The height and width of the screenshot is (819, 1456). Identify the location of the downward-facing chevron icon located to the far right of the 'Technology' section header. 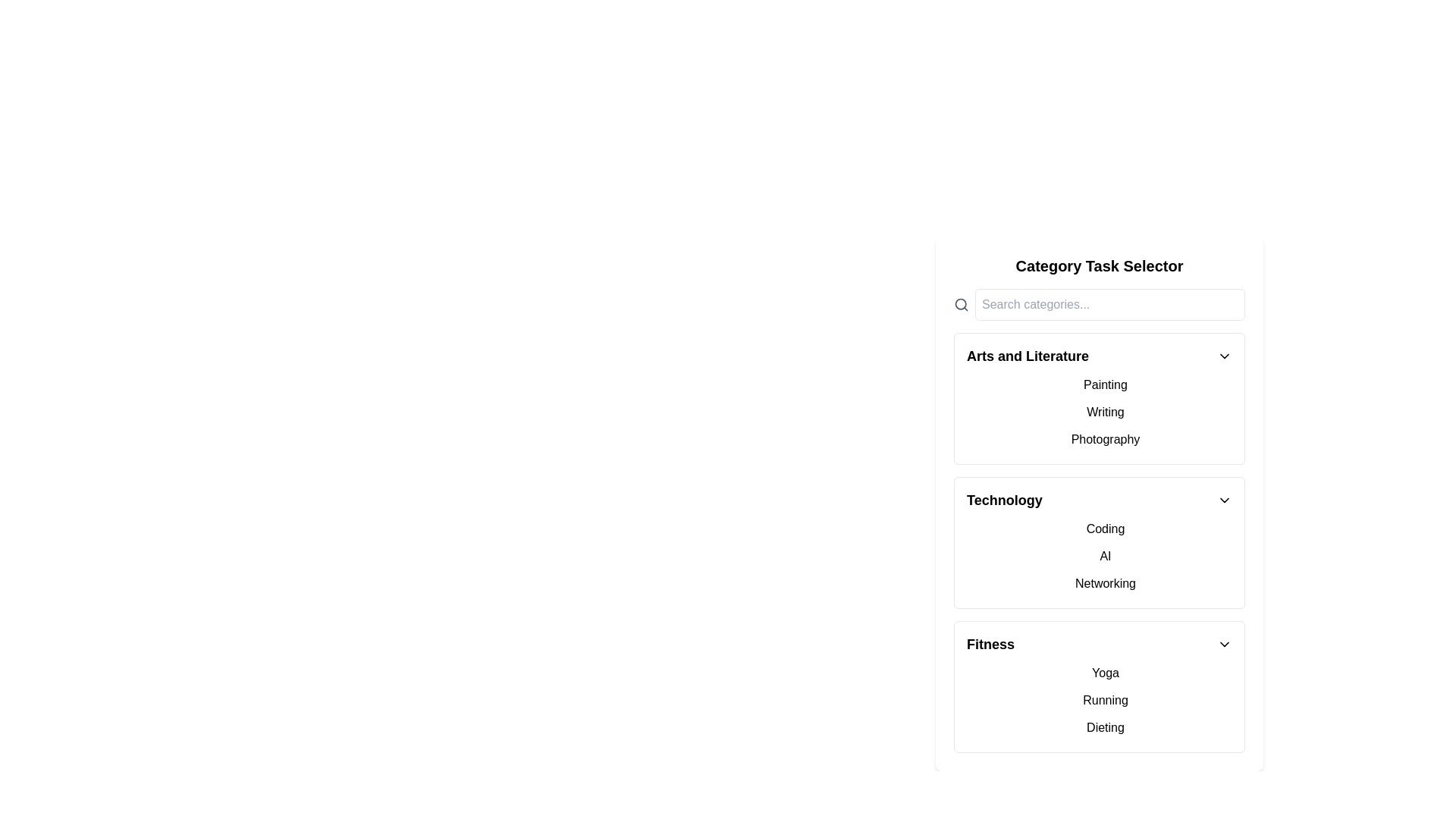
(1224, 500).